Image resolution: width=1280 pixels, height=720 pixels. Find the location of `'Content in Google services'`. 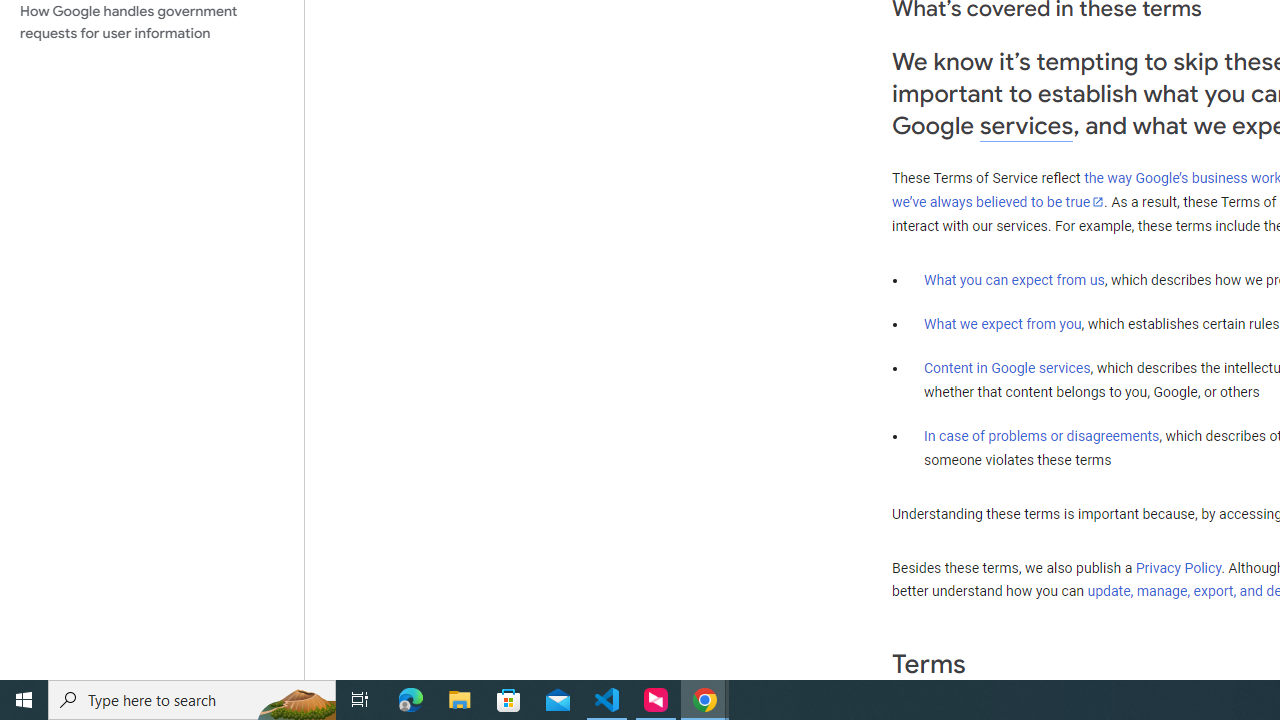

'Content in Google services' is located at coordinates (1007, 368).